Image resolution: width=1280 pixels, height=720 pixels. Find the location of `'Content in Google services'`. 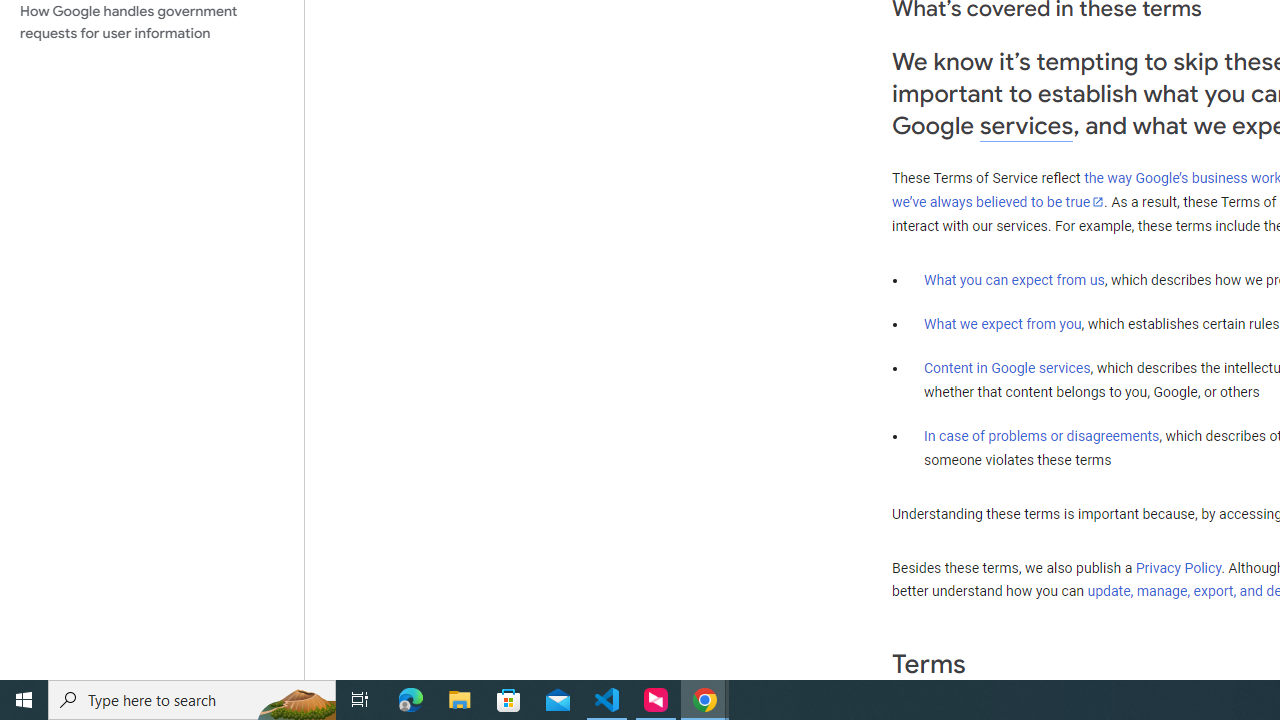

'Content in Google services' is located at coordinates (1007, 368).